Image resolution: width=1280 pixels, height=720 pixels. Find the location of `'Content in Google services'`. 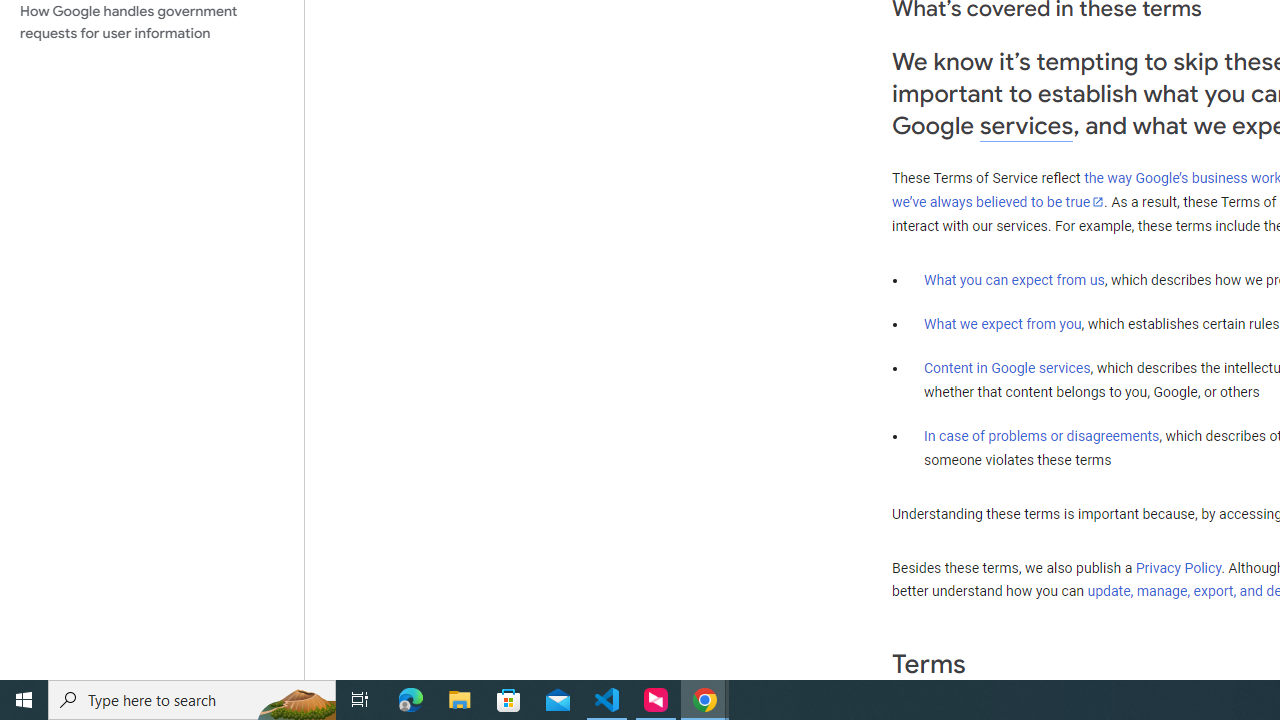

'Content in Google services' is located at coordinates (1007, 368).